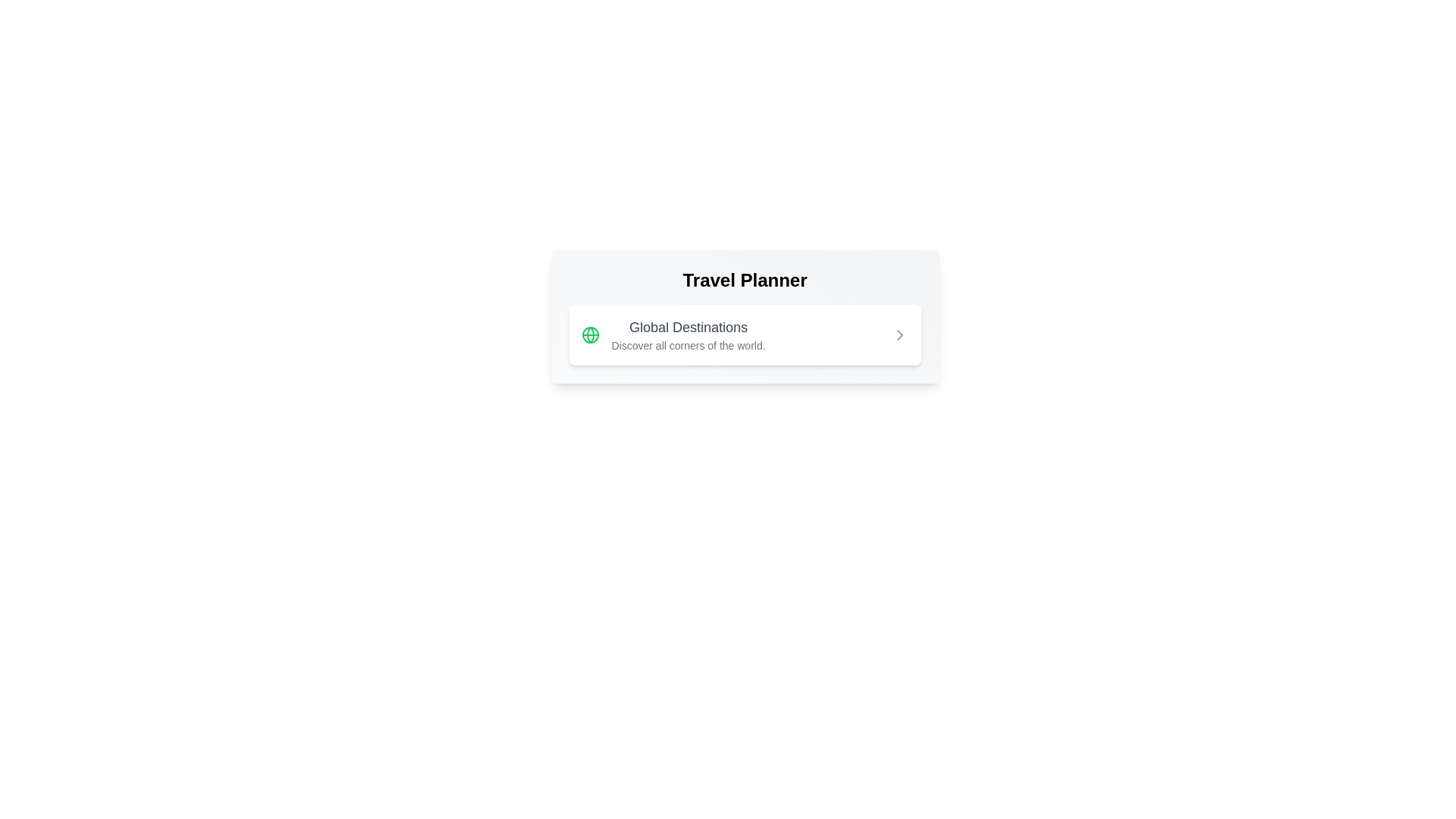 Image resolution: width=1456 pixels, height=819 pixels. I want to click on the icon located at the far right of the white rectangular card containing 'Global Destinations' for navigation, so click(899, 334).